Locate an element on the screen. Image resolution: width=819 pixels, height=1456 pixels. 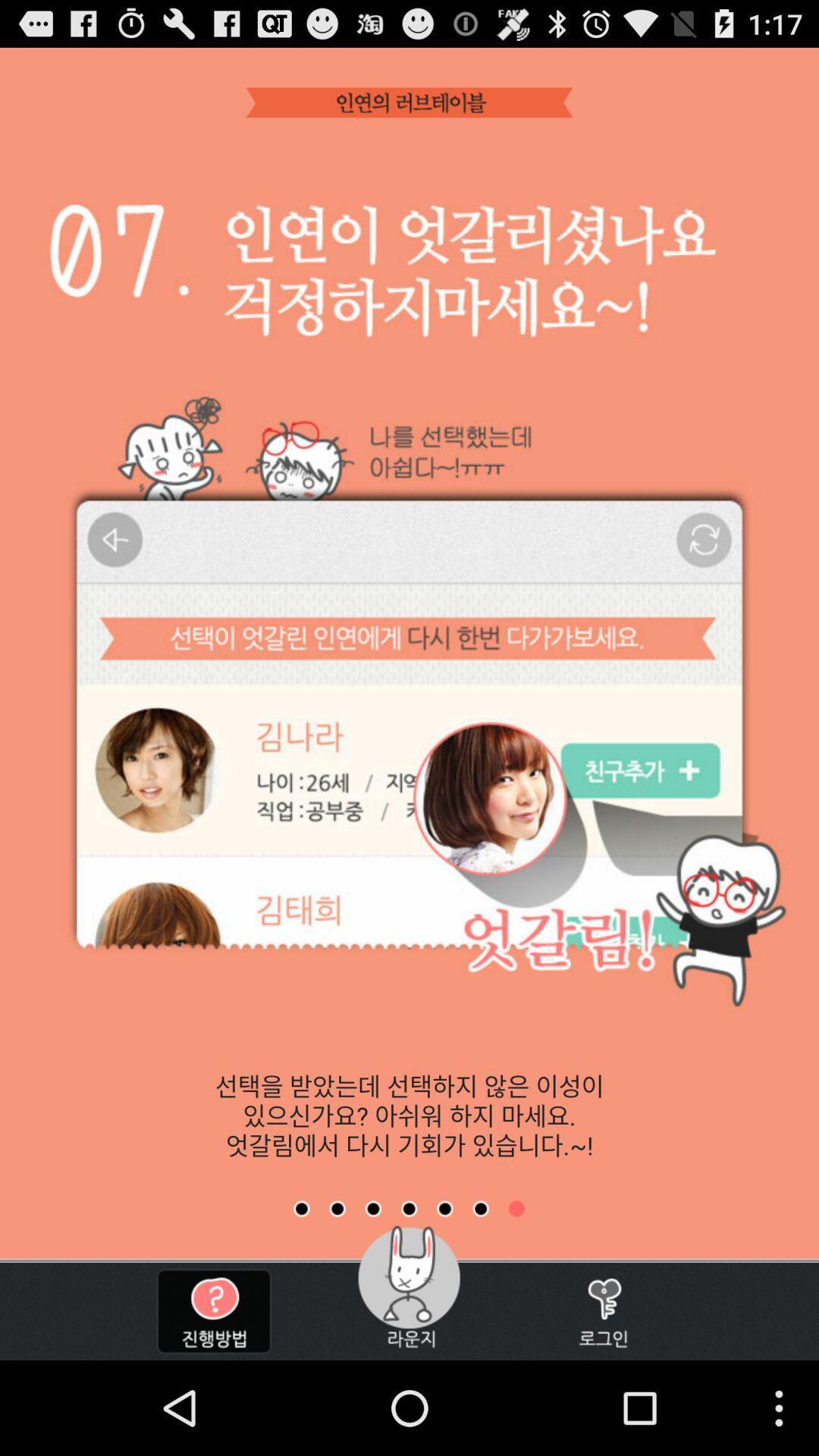
the fifth page is located at coordinates (444, 1208).